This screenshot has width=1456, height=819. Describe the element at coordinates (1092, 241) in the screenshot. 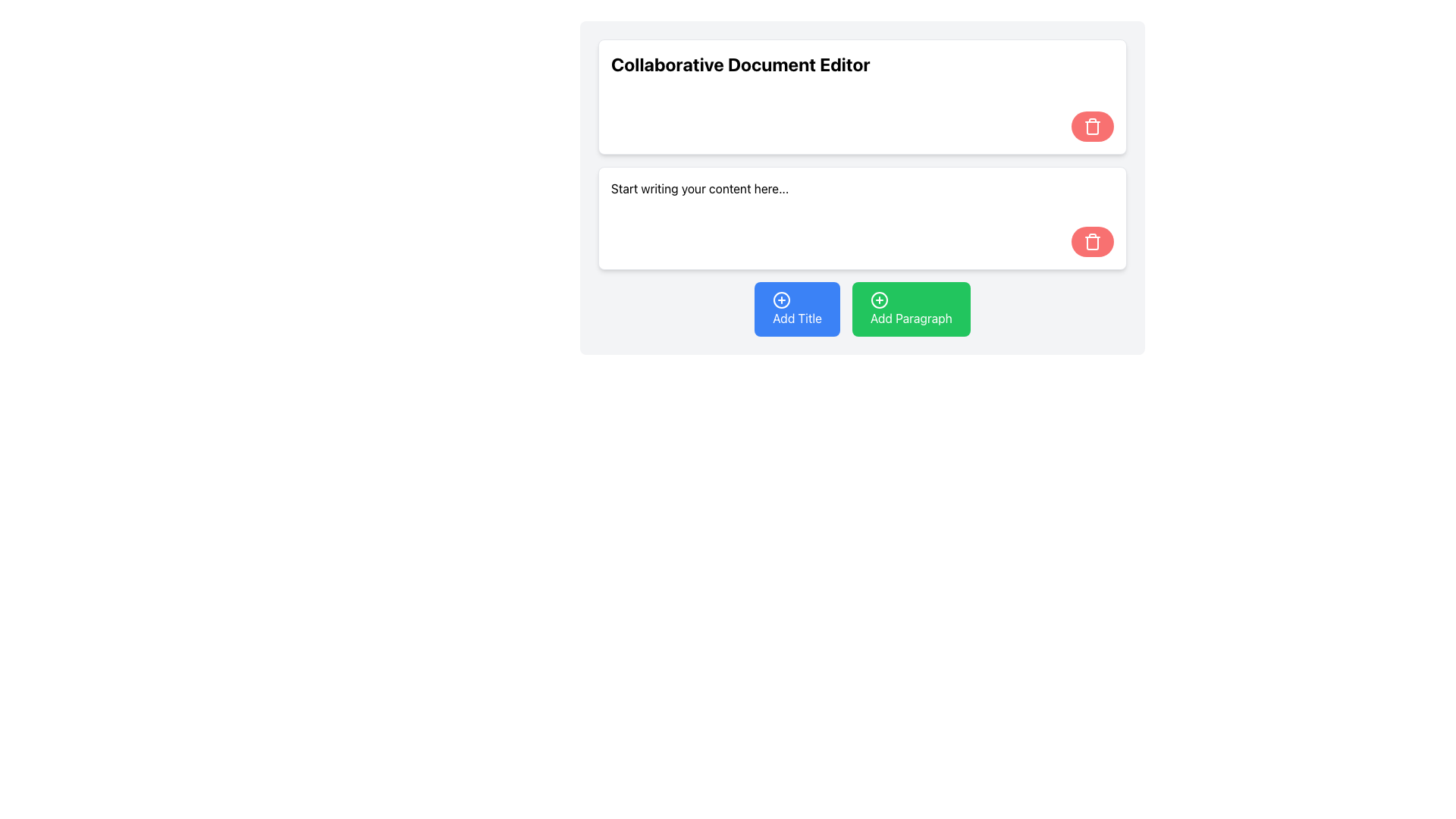

I see `the trash icon button located in the bottom text box area, aligned to the right inside a red circular button` at that location.